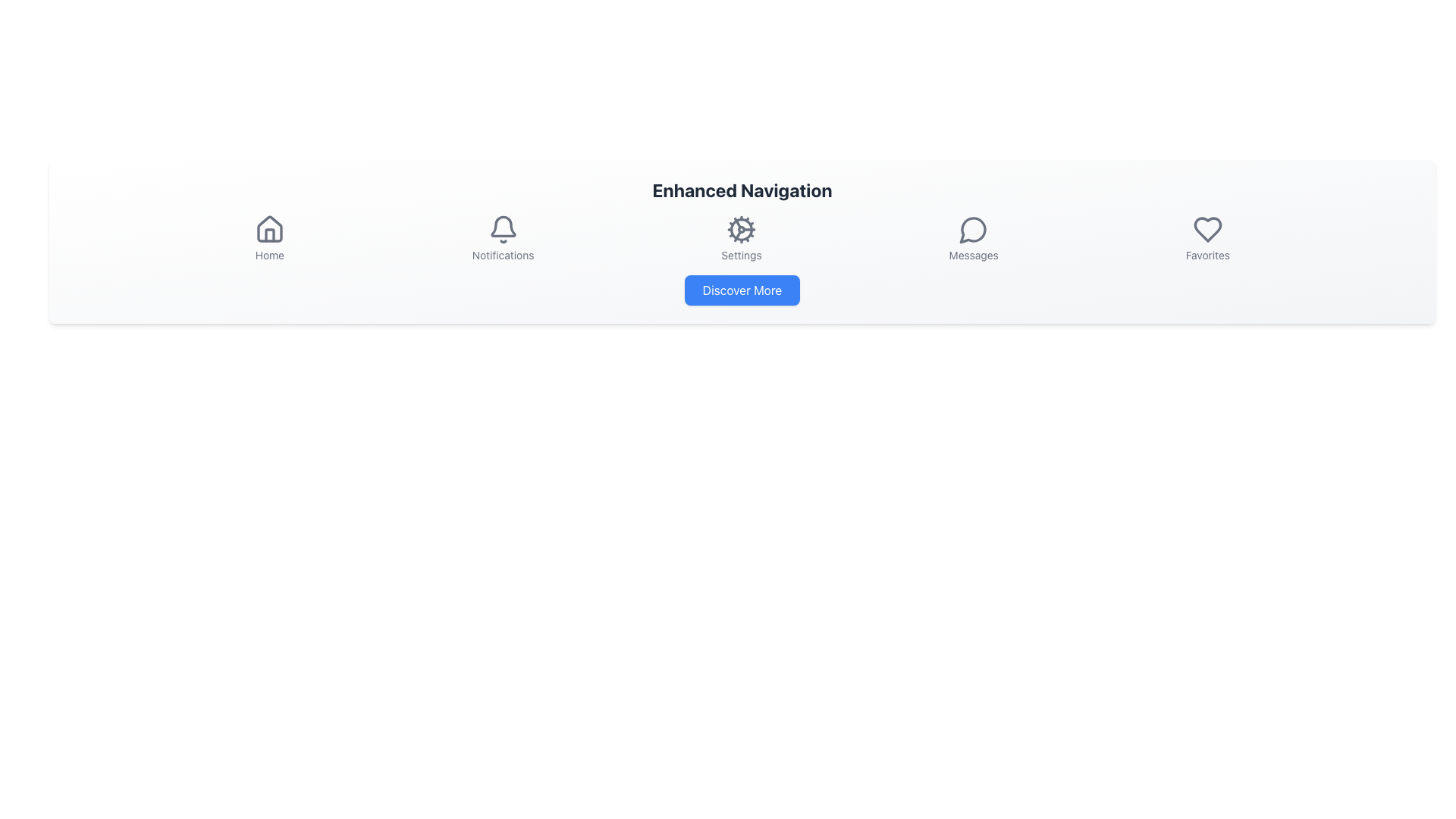 Image resolution: width=1456 pixels, height=819 pixels. What do you see at coordinates (742, 239) in the screenshot?
I see `the 'Settings' button in the navigation bar to observe the styling changes of the cogwheel icon and text label` at bounding box center [742, 239].